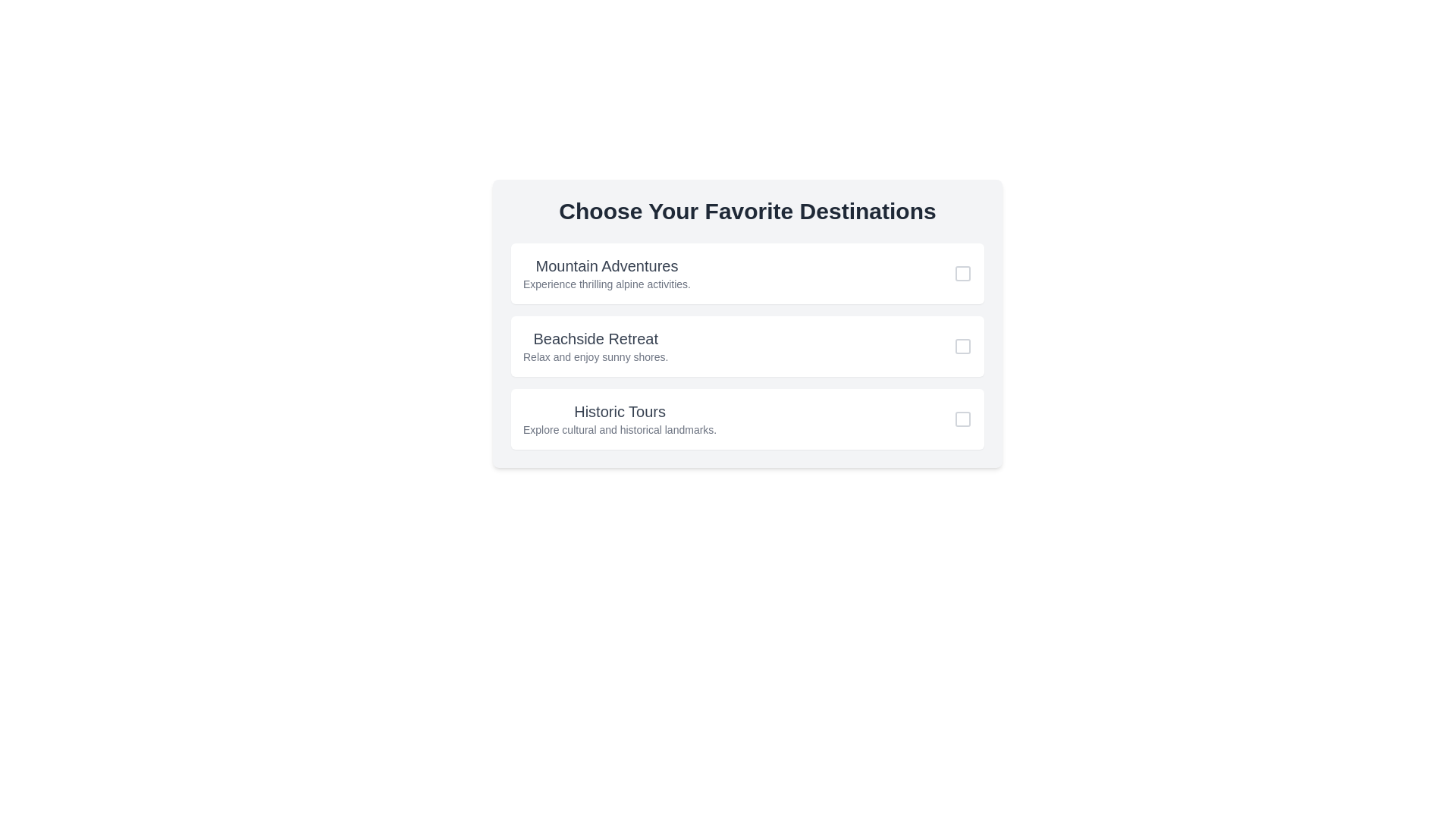 This screenshot has width=1456, height=819. I want to click on the checkbox located in the top-right corner of the 'Mountain Adventures' card, so click(962, 274).